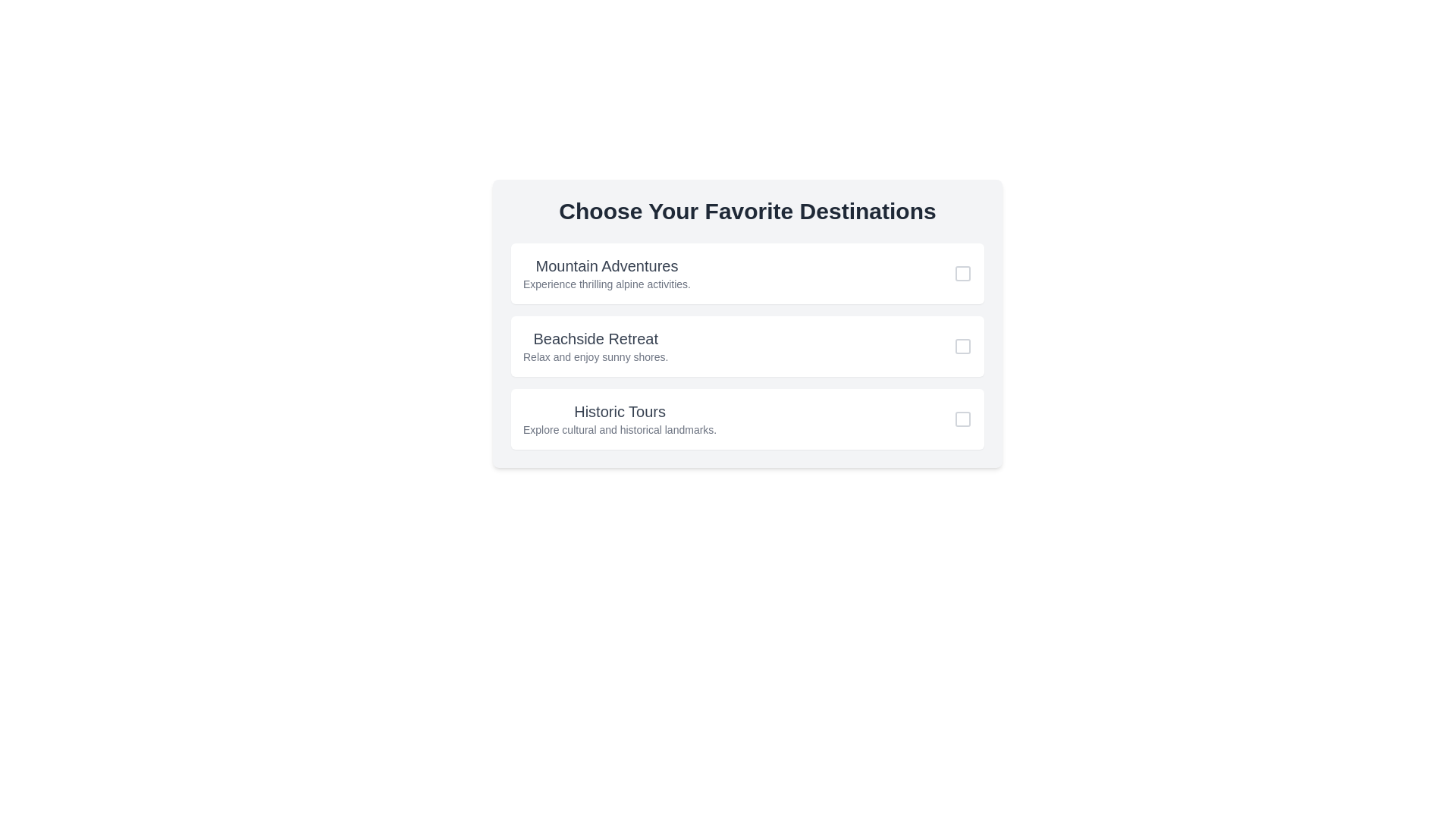 This screenshot has width=1456, height=819. I want to click on the checkbox located in the top-right corner of the 'Mountain Adventures' card, so click(962, 274).